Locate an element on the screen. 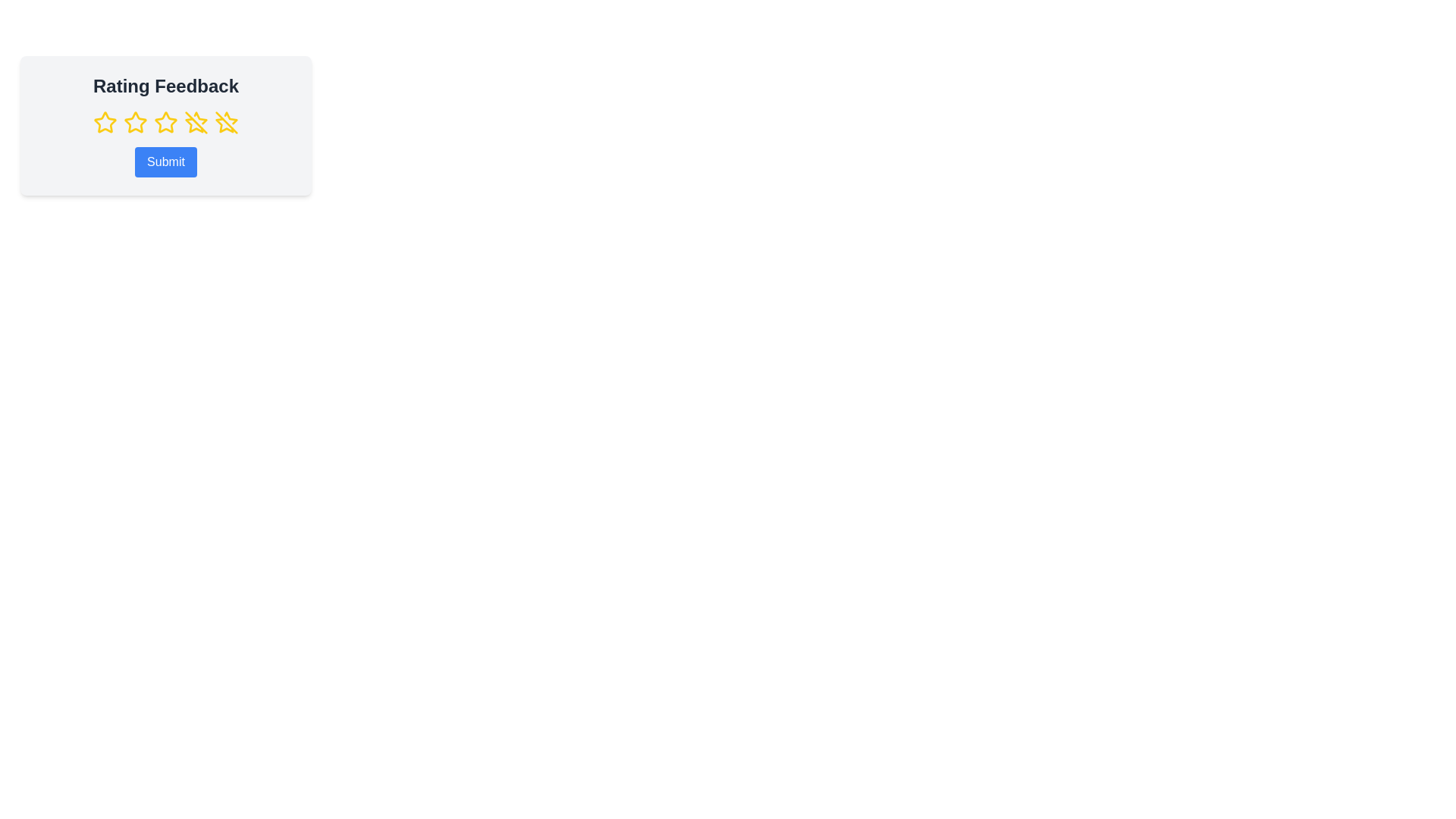  the third star in the rating system, which is a hollow star indicating it is not selected is located at coordinates (193, 124).